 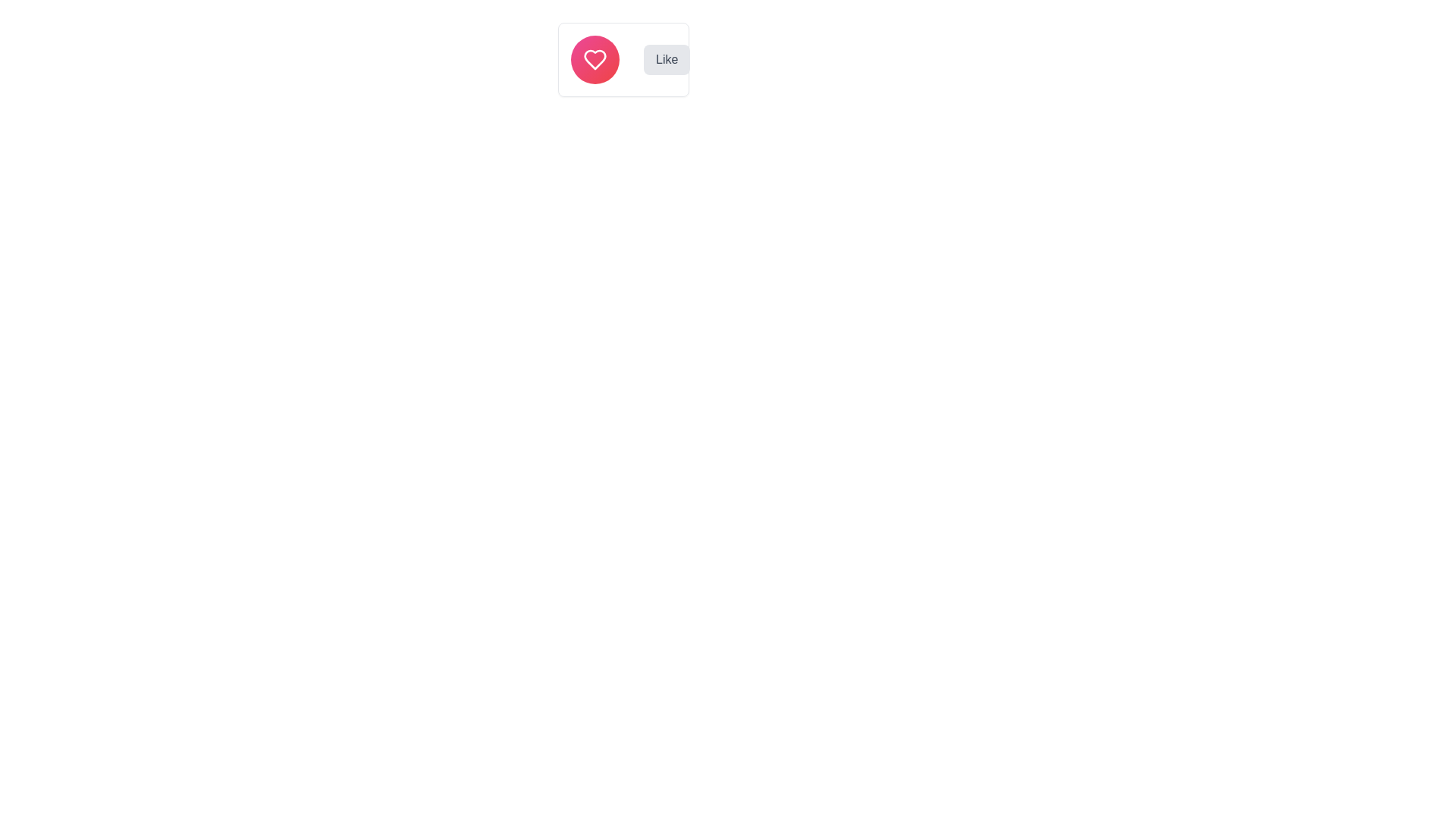 What do you see at coordinates (667, 58) in the screenshot?
I see `the button located to the right of the heart icon and the text 'Like Your Favorites'` at bounding box center [667, 58].